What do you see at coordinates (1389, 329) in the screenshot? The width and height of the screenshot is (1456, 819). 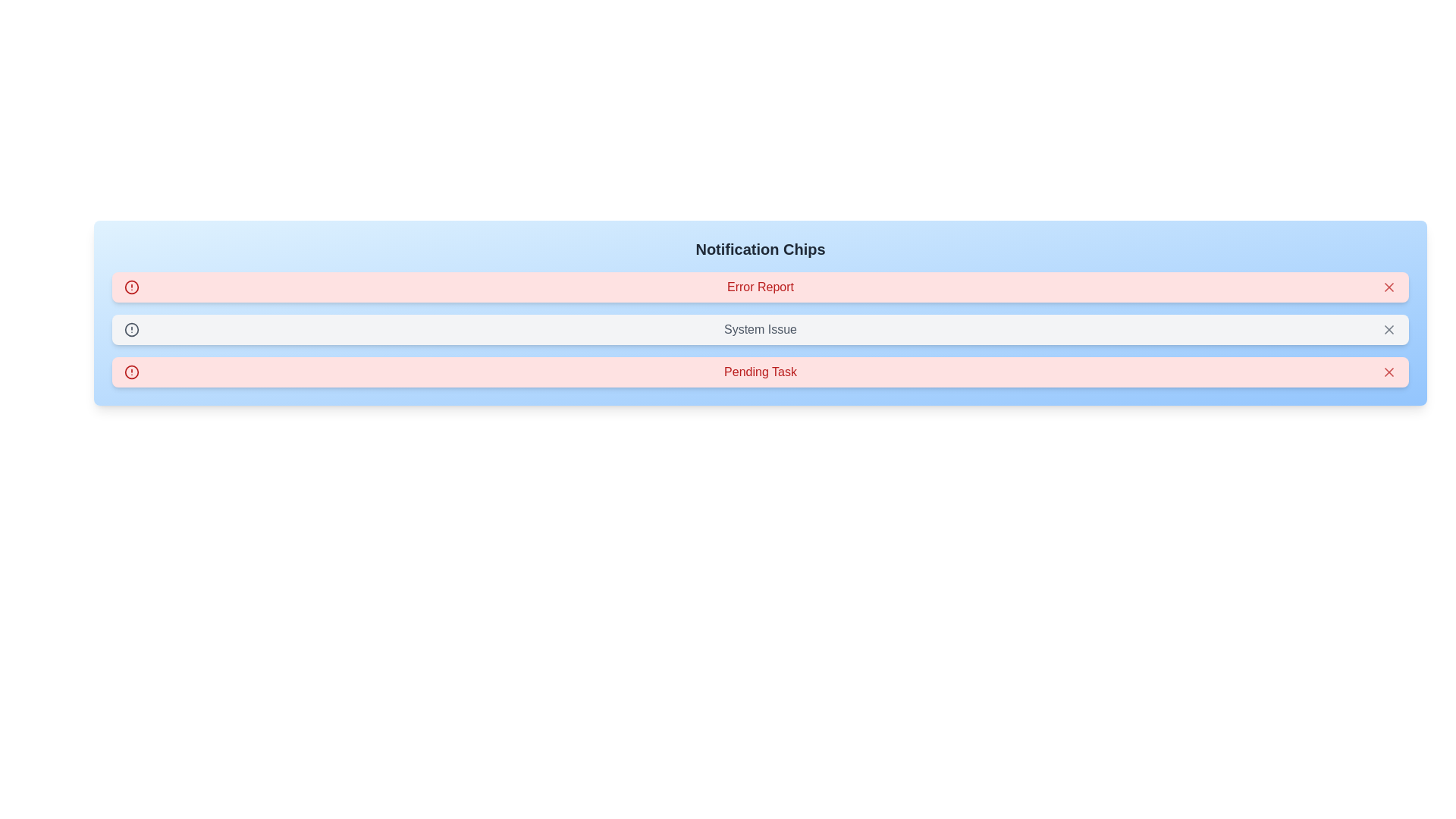 I see `the close button of the chip labeled System Issue` at bounding box center [1389, 329].